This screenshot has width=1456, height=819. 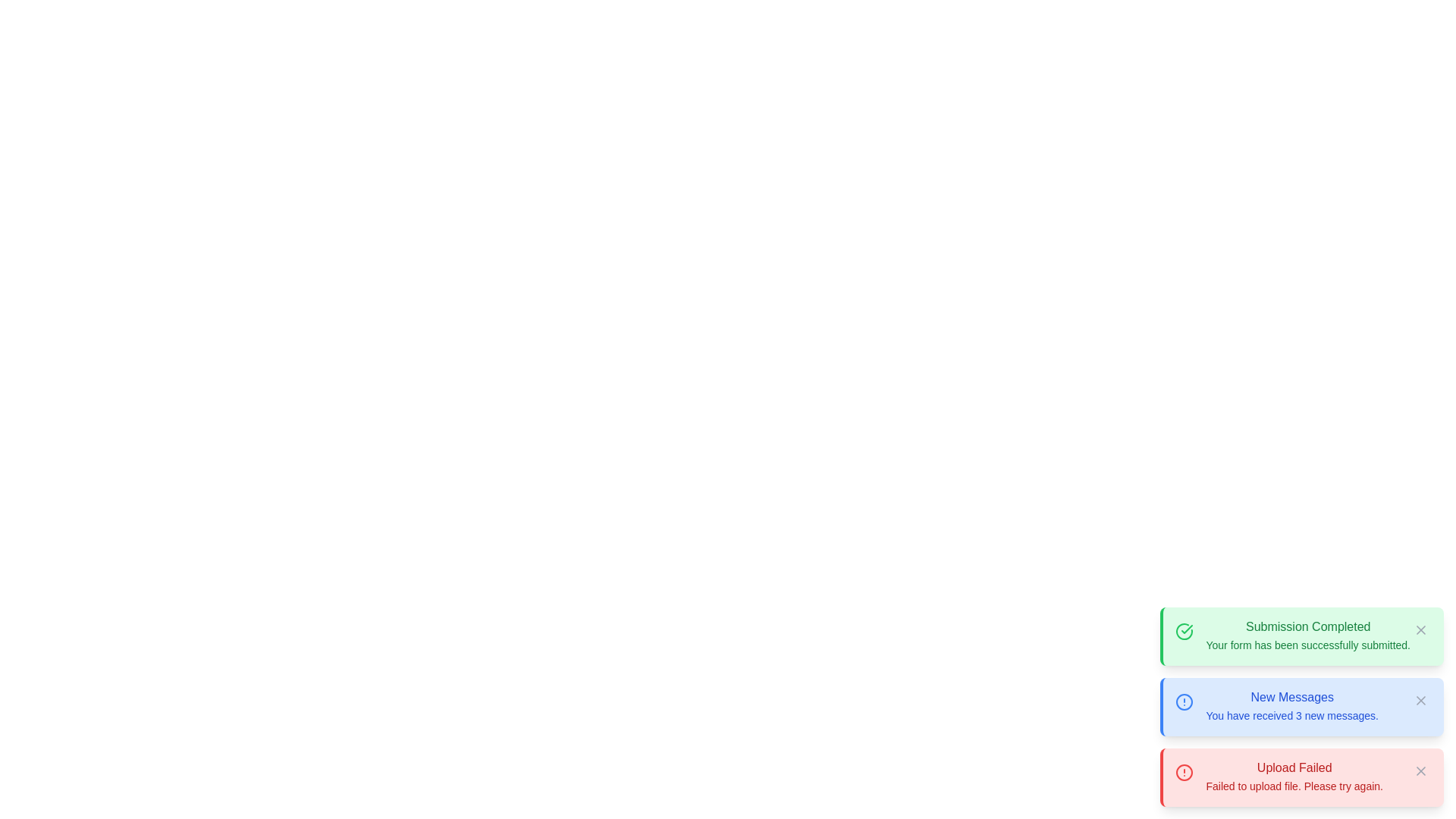 What do you see at coordinates (1307, 636) in the screenshot?
I see `the green notification box containing the text 'Submission Completed' and 'Your form has been successfully submitted.'` at bounding box center [1307, 636].